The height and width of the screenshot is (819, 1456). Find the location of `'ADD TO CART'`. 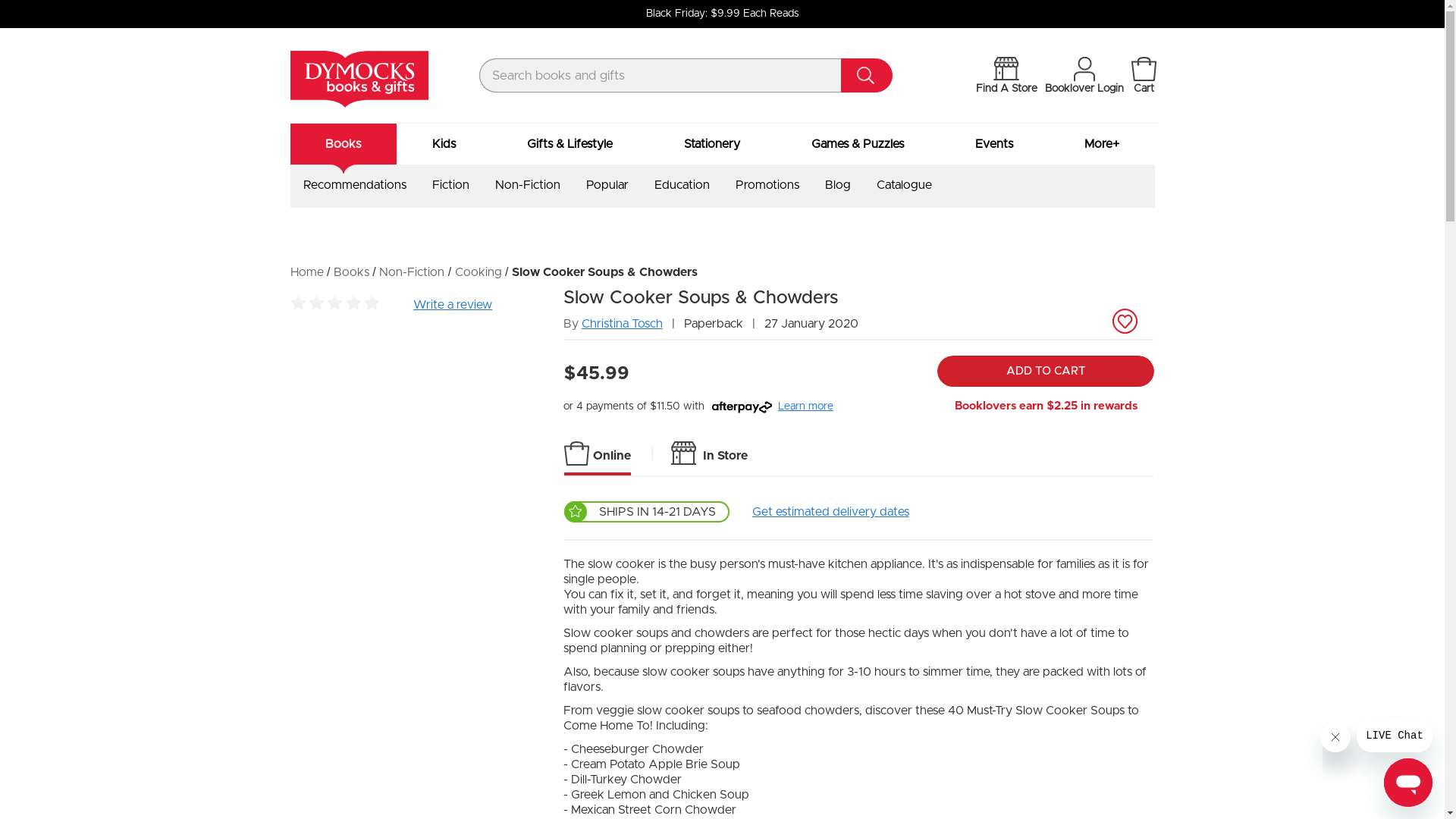

'ADD TO CART' is located at coordinates (1044, 371).